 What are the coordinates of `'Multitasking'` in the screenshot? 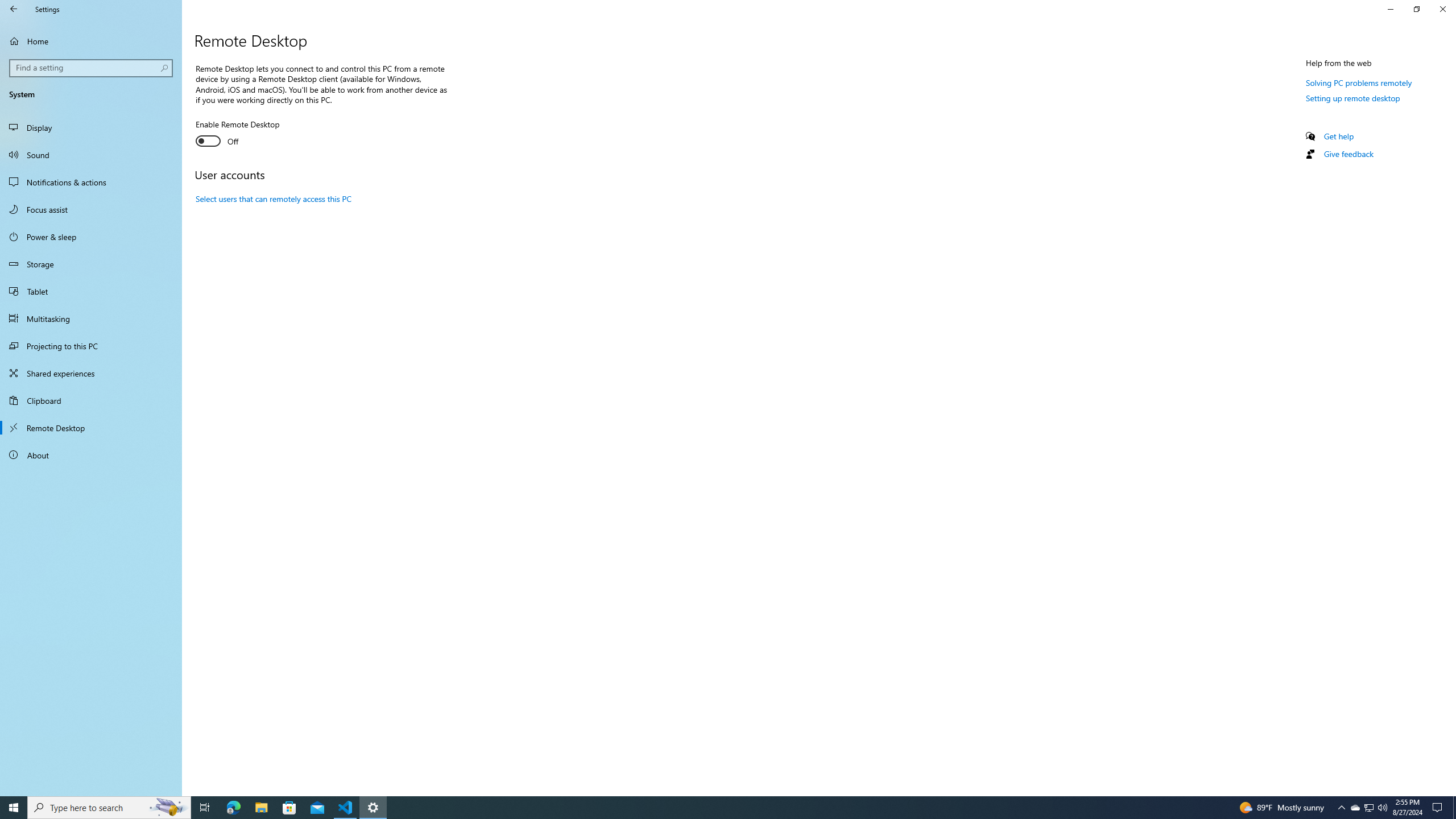 It's located at (90, 318).